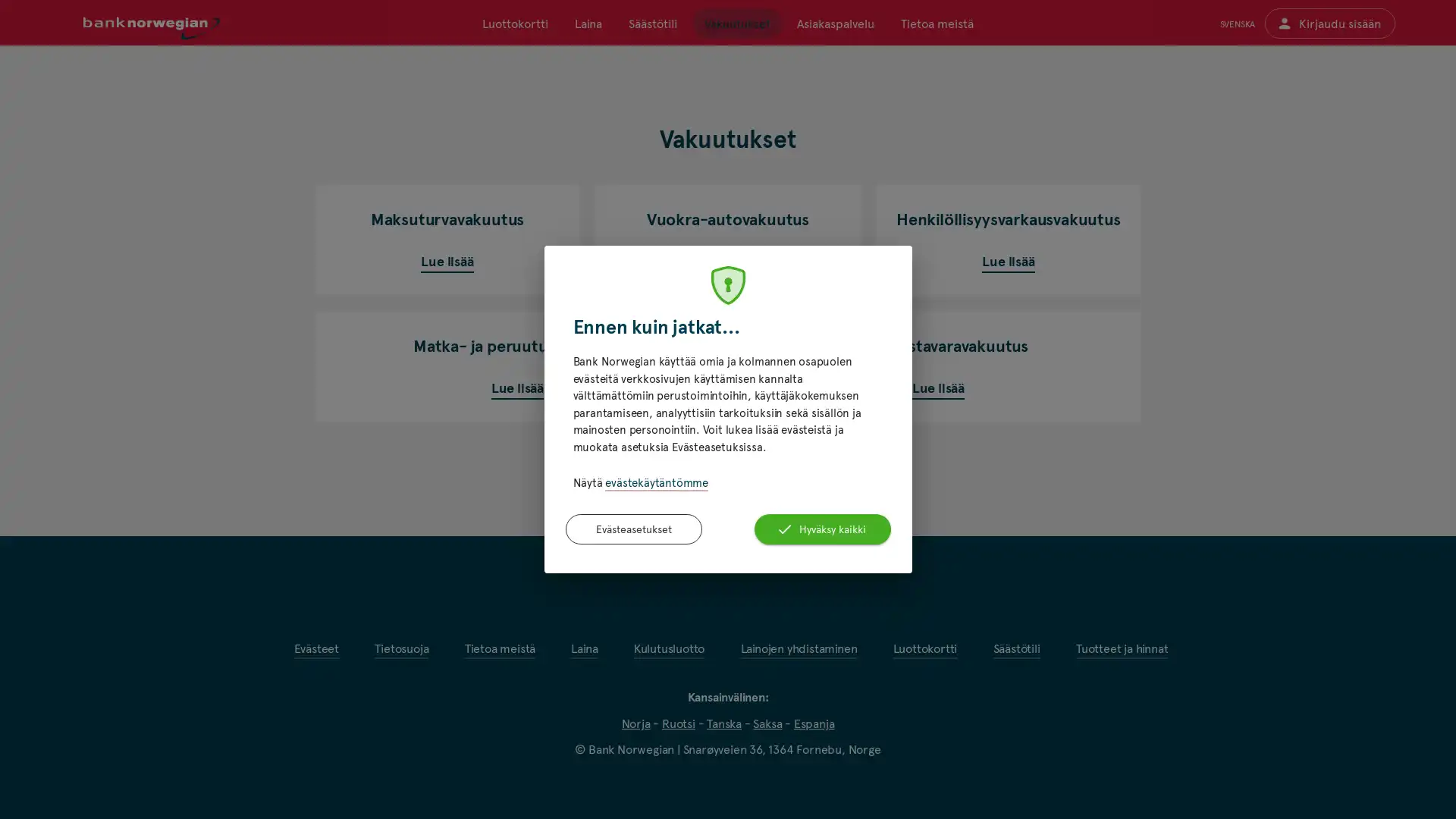 The height and width of the screenshot is (819, 1456). I want to click on Hyvaksy kaikki, so click(821, 528).